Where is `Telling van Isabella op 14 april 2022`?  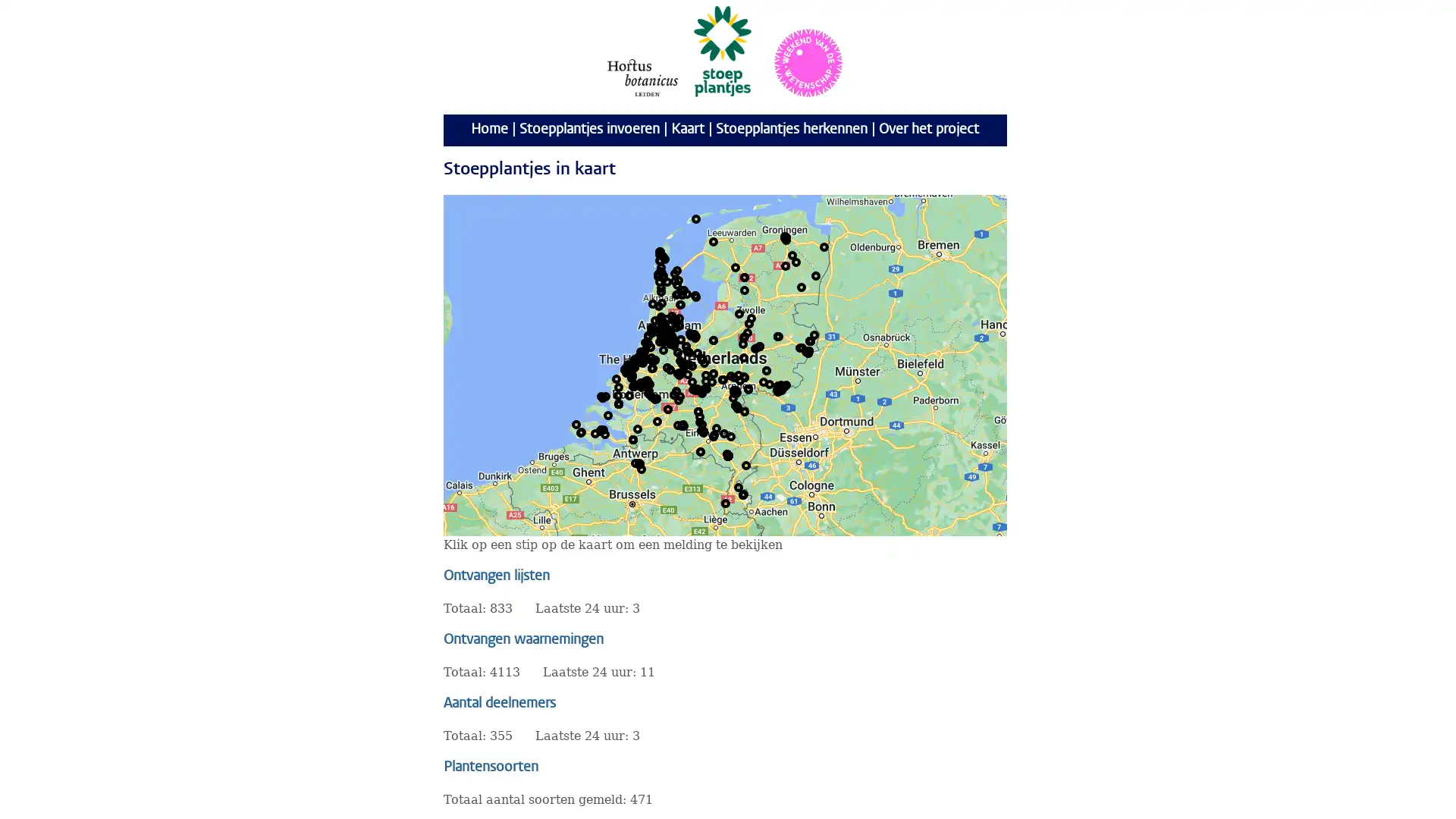
Telling van Isabella op 14 april 2022 is located at coordinates (669, 333).